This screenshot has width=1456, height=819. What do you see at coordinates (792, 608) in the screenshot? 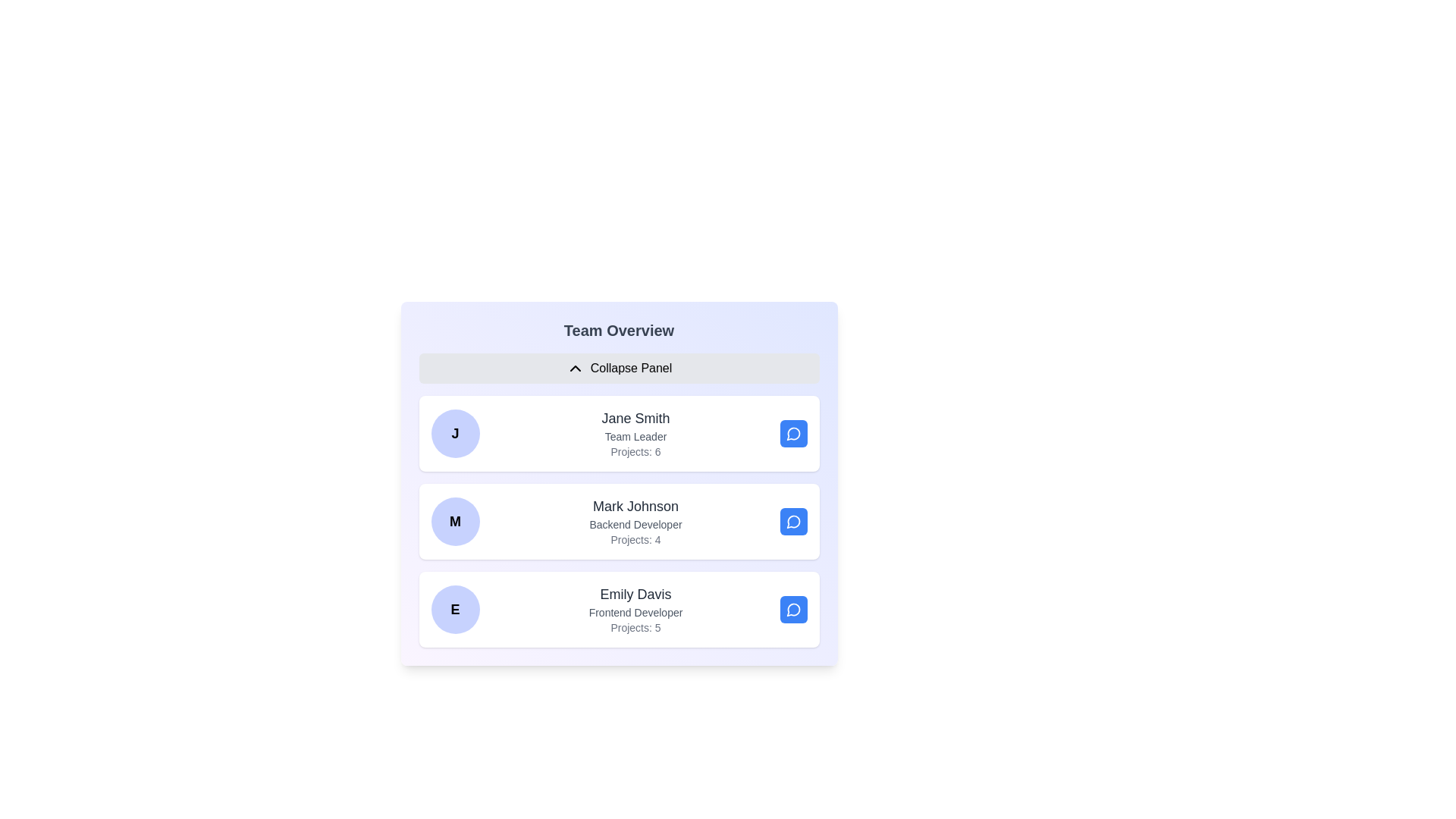
I see `the circular blue icon with a white speech bubble outline located in the third entry of the 'Team Overview' list for 'Emily Davis, Frontend Developer, Projects: 5'` at bounding box center [792, 608].